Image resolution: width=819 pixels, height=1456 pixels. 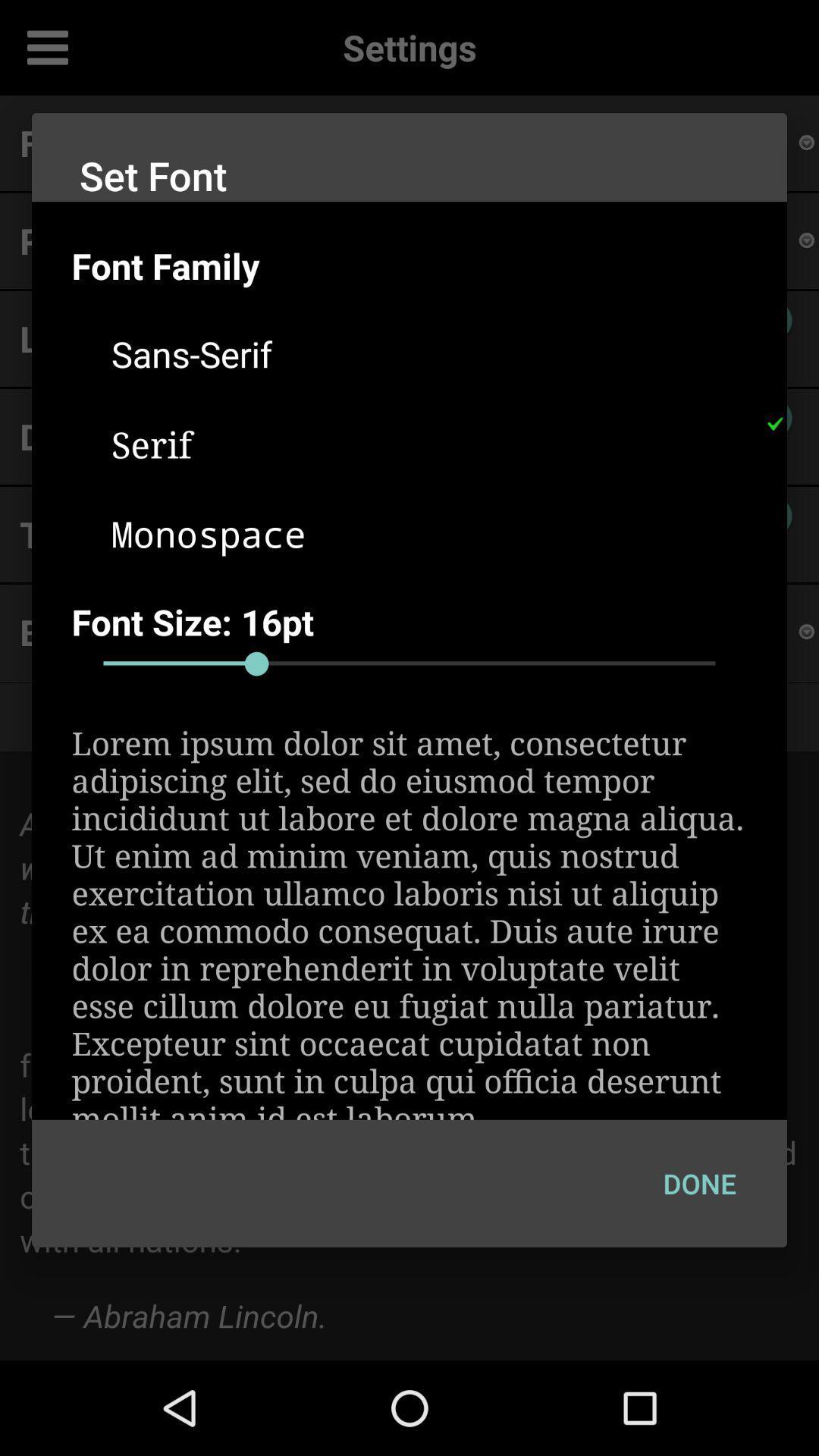 What do you see at coordinates (774, 424) in the screenshot?
I see `the item to the right of the serif` at bounding box center [774, 424].